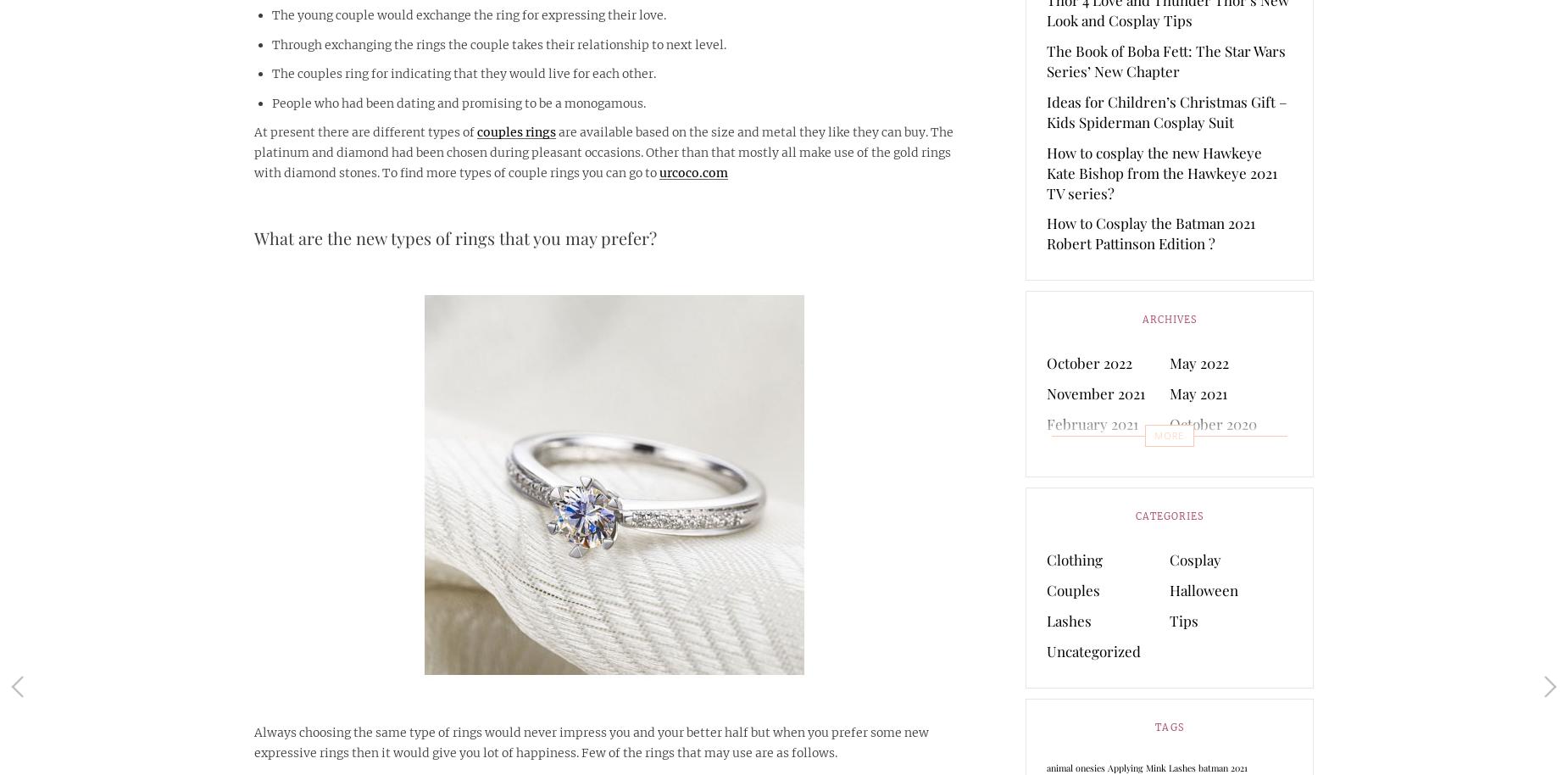 The image size is (1568, 775). I want to click on 'May 2022', so click(1199, 362).